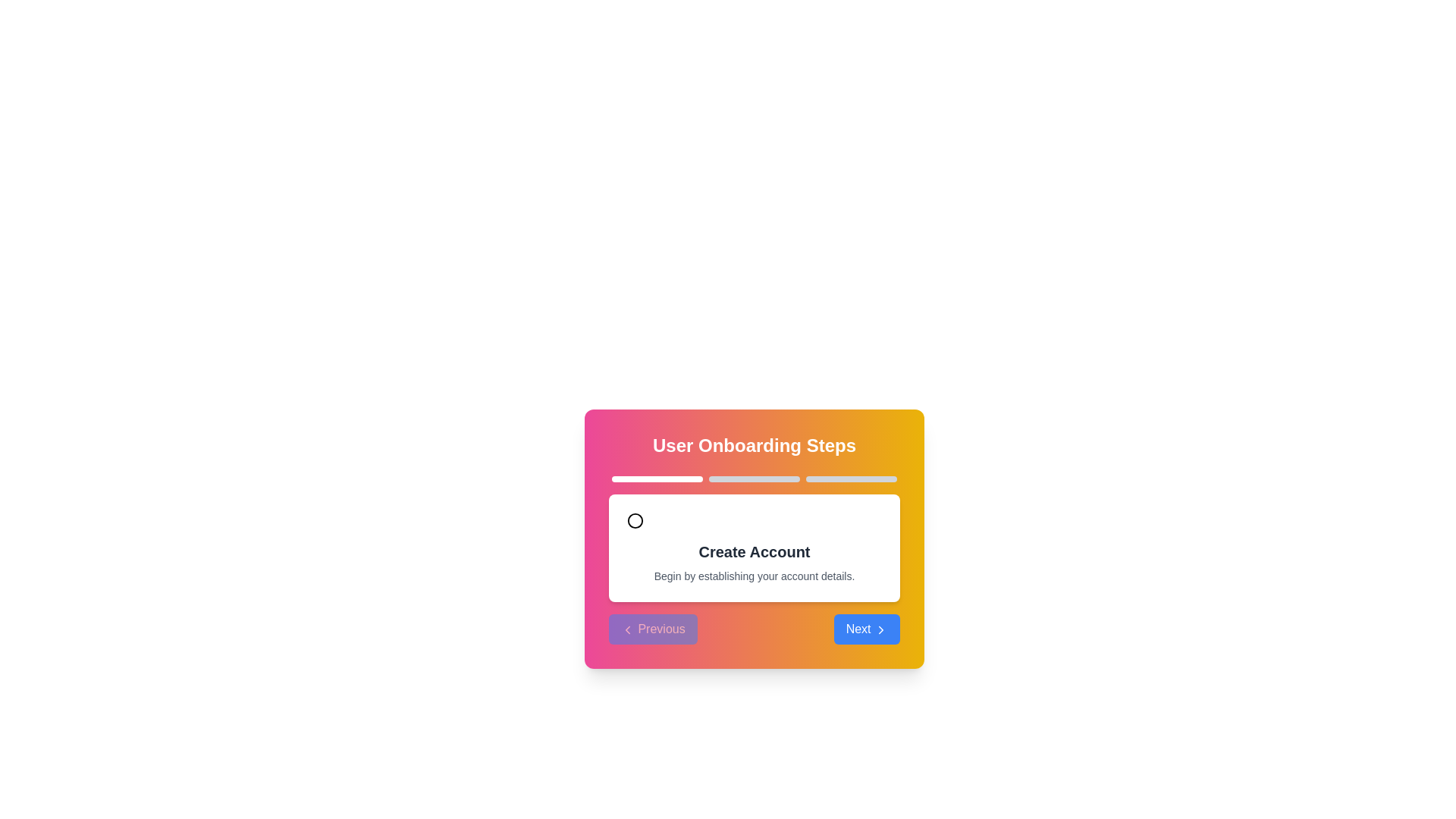  What do you see at coordinates (754, 552) in the screenshot?
I see `the text element that says 'Create Account', which is centrally located in a white card on the onboarding interface` at bounding box center [754, 552].